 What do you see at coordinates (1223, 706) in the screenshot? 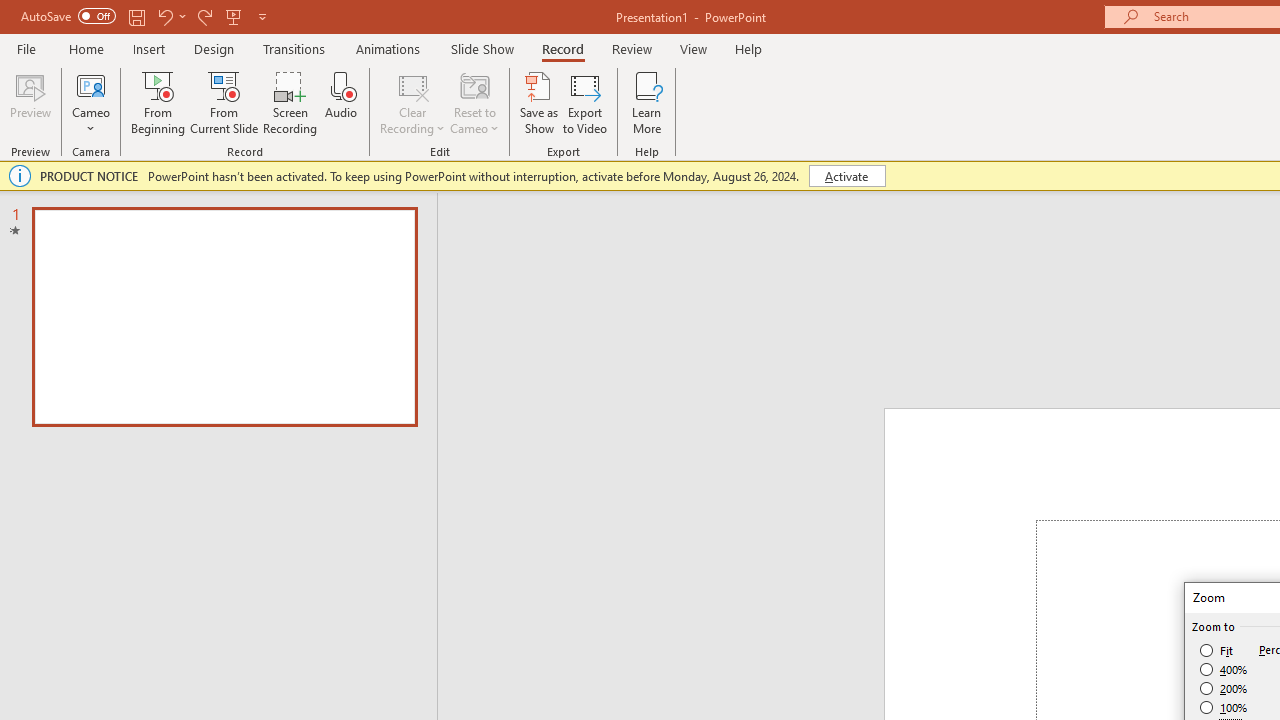
I see `'100%'` at bounding box center [1223, 706].